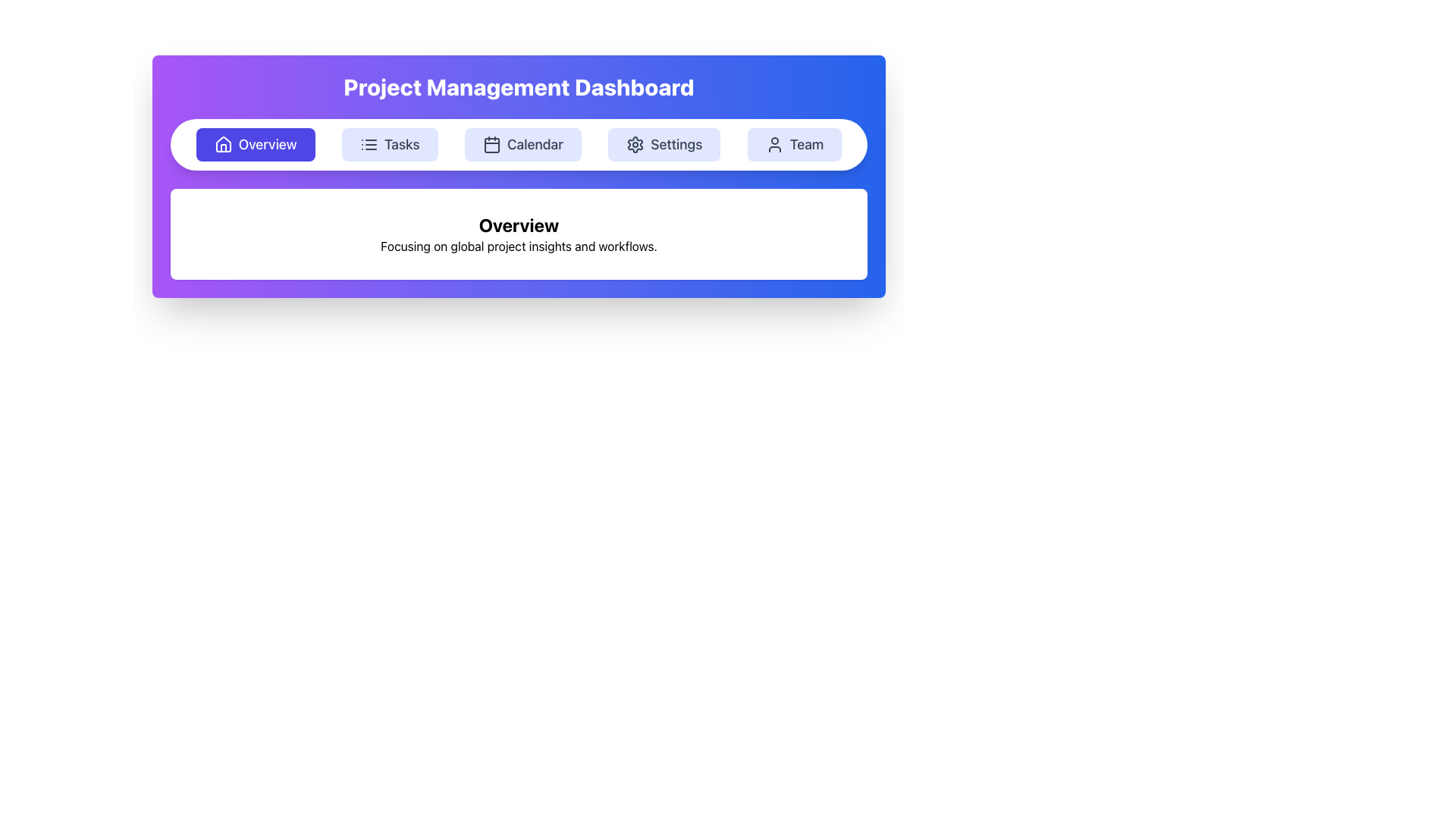 The height and width of the screenshot is (819, 1456). Describe the element at coordinates (369, 145) in the screenshot. I see `the 'Tasks' icon which is visually indicating its function and is positioned adjacent to the 'Overview' button` at that location.